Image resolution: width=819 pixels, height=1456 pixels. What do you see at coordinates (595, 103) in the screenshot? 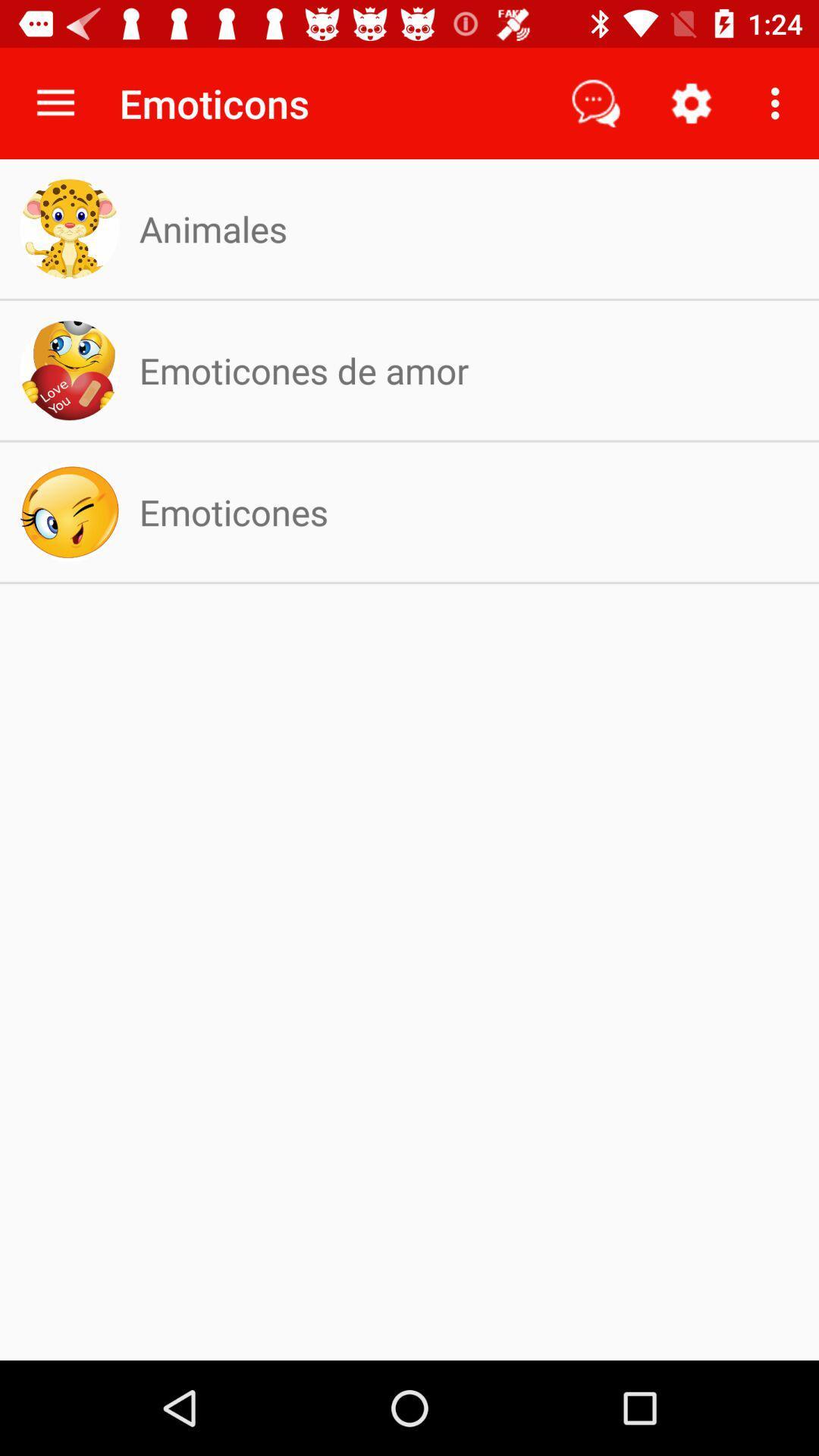
I see `chat icon left to settings icon` at bounding box center [595, 103].